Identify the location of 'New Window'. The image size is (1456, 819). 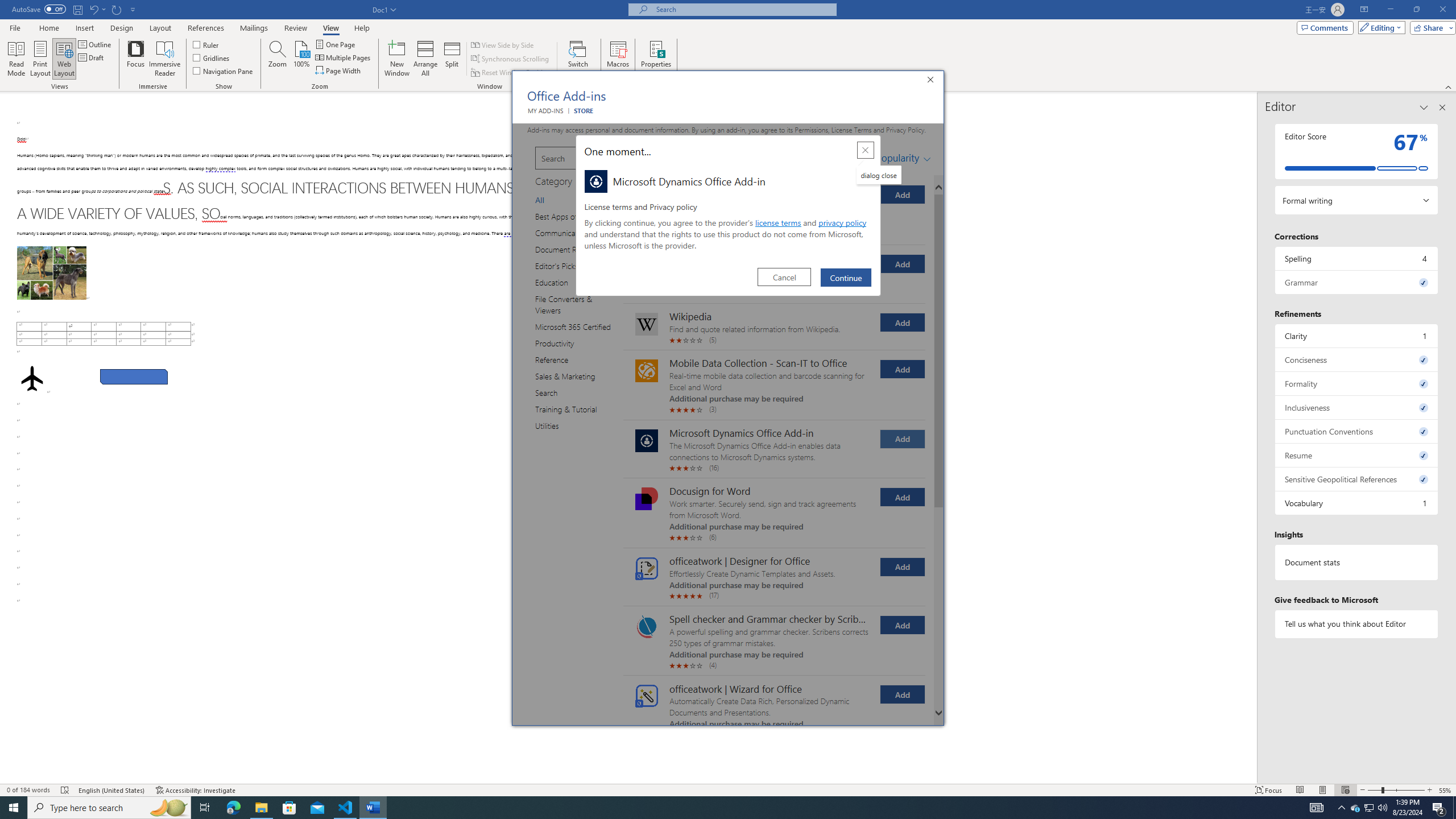
(396, 59).